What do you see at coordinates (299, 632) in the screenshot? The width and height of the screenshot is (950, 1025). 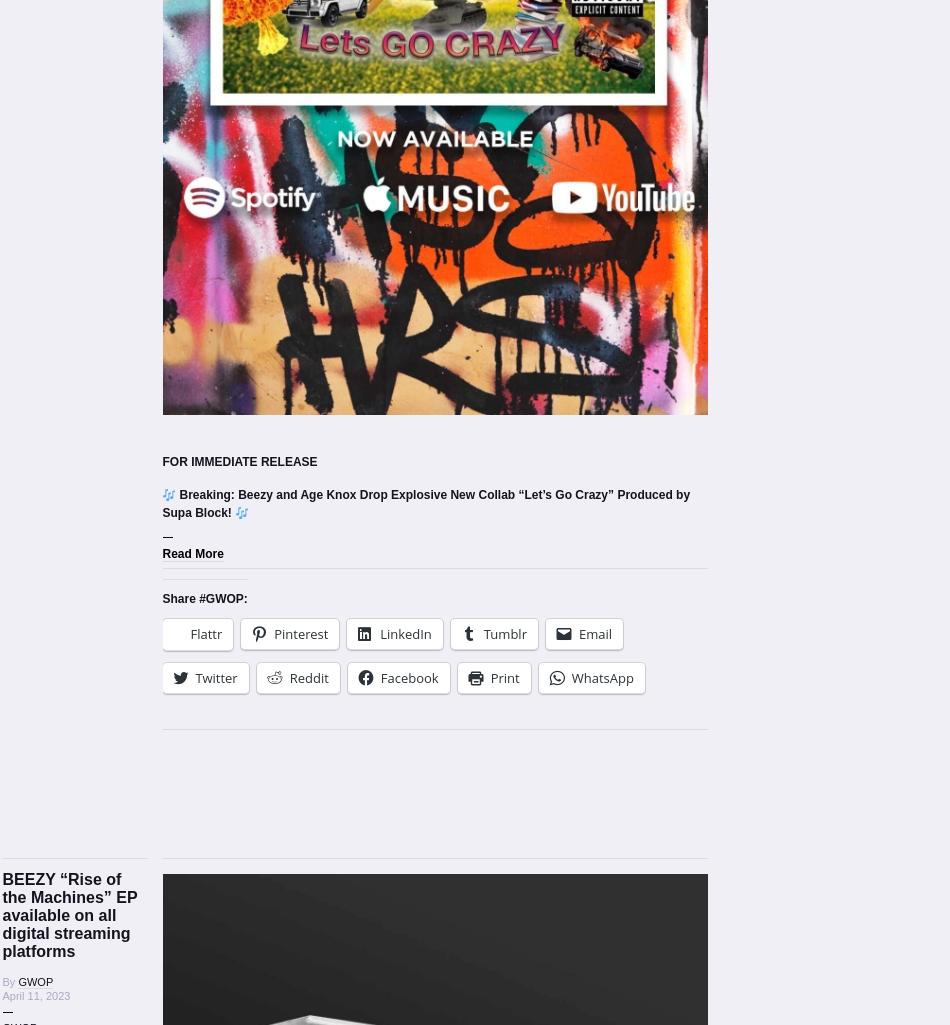 I see `'Pinterest'` at bounding box center [299, 632].